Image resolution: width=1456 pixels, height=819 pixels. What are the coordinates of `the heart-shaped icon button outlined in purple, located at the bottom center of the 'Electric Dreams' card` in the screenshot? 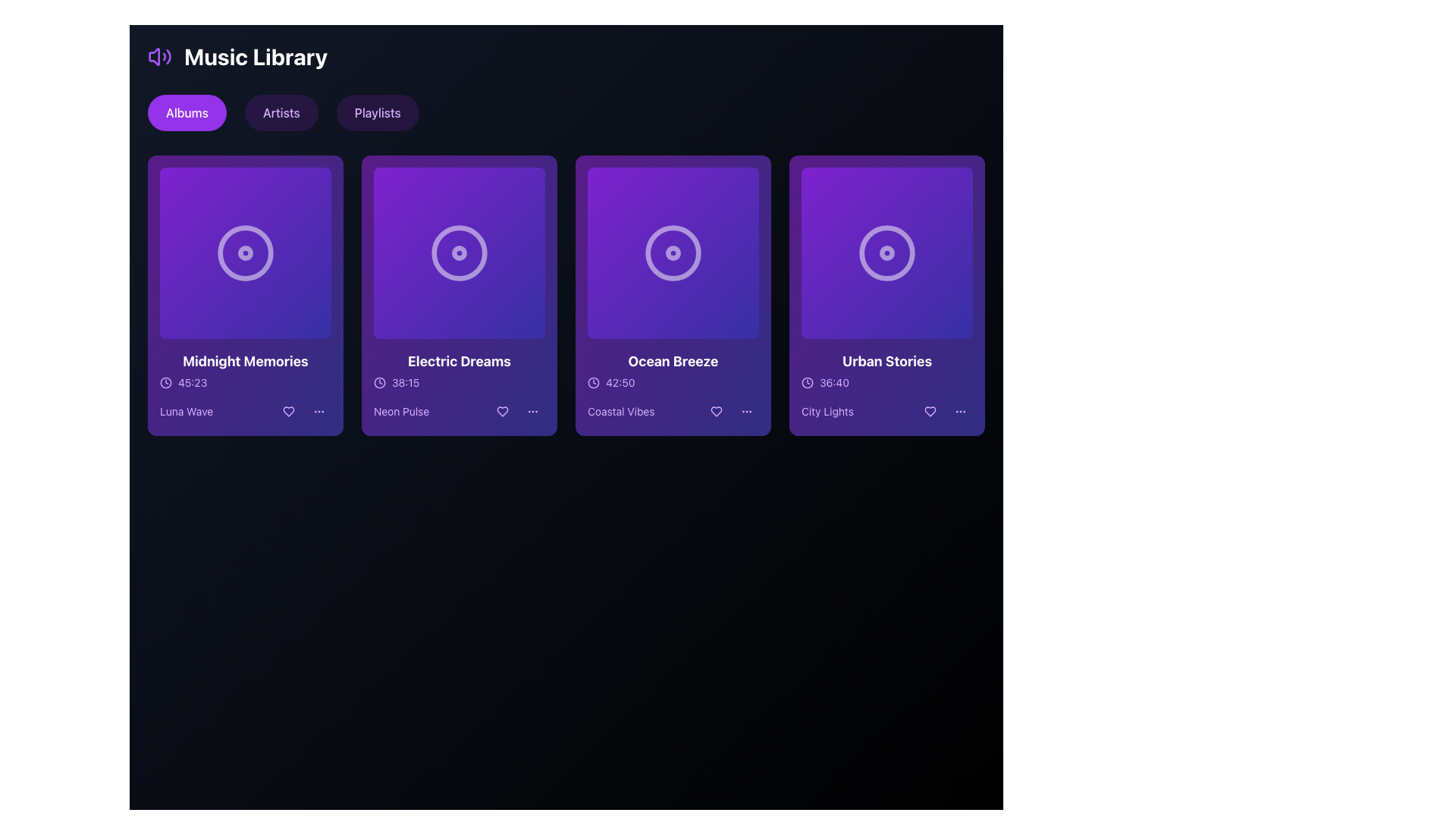 It's located at (502, 412).